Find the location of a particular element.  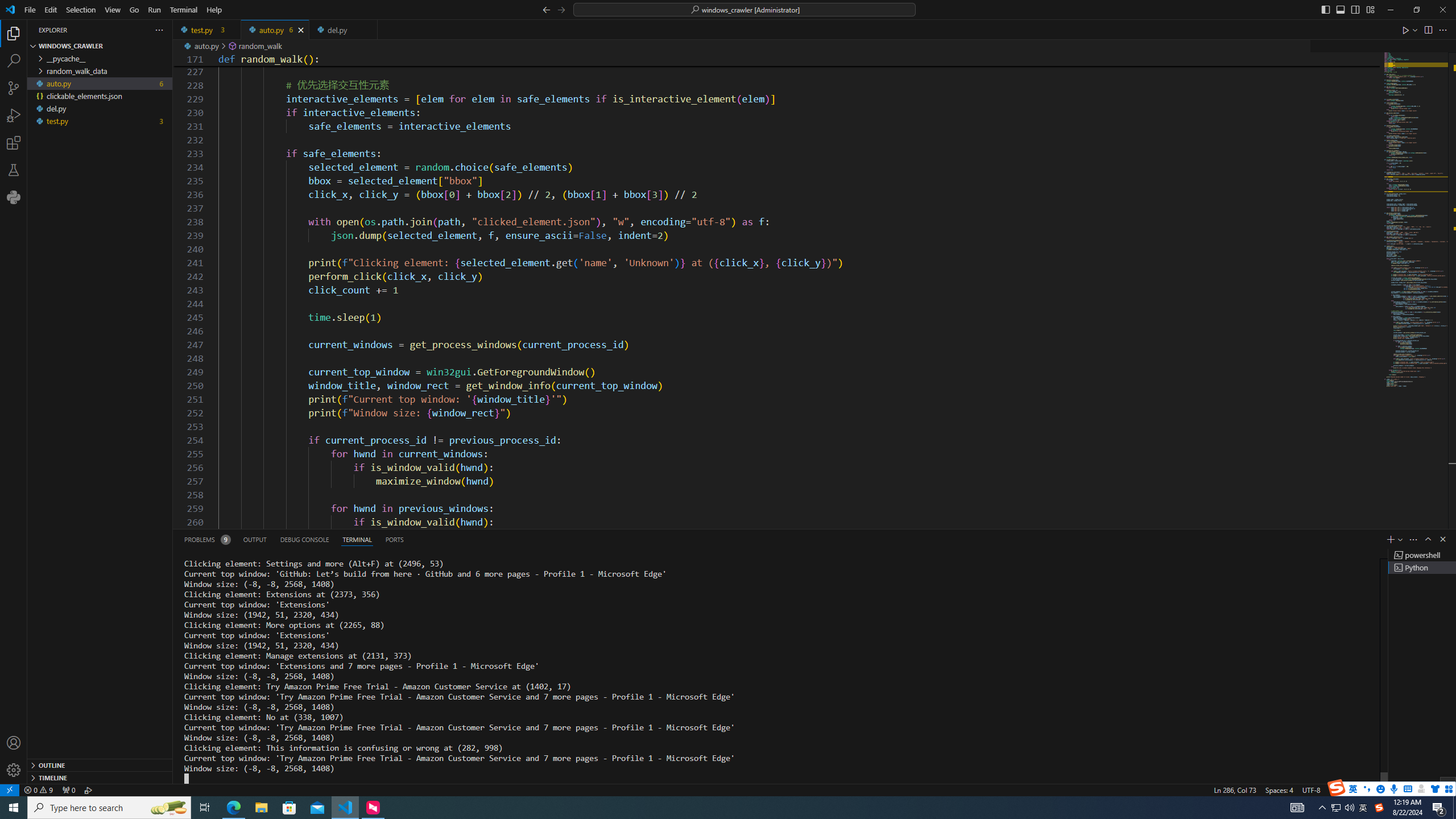

'Go Back (Alt+LeftArrow)' is located at coordinates (547, 9).